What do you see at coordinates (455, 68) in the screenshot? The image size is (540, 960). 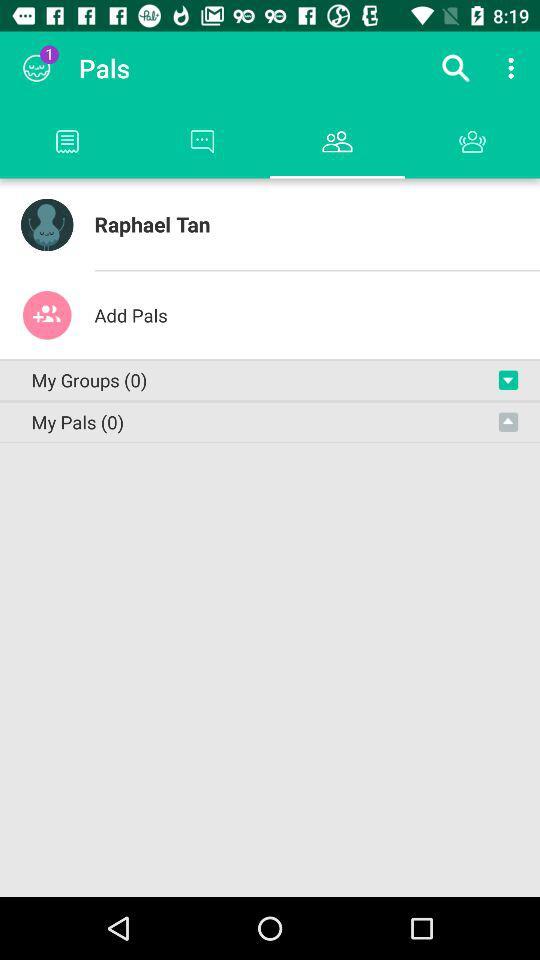 I see `the icon next to pals app` at bounding box center [455, 68].